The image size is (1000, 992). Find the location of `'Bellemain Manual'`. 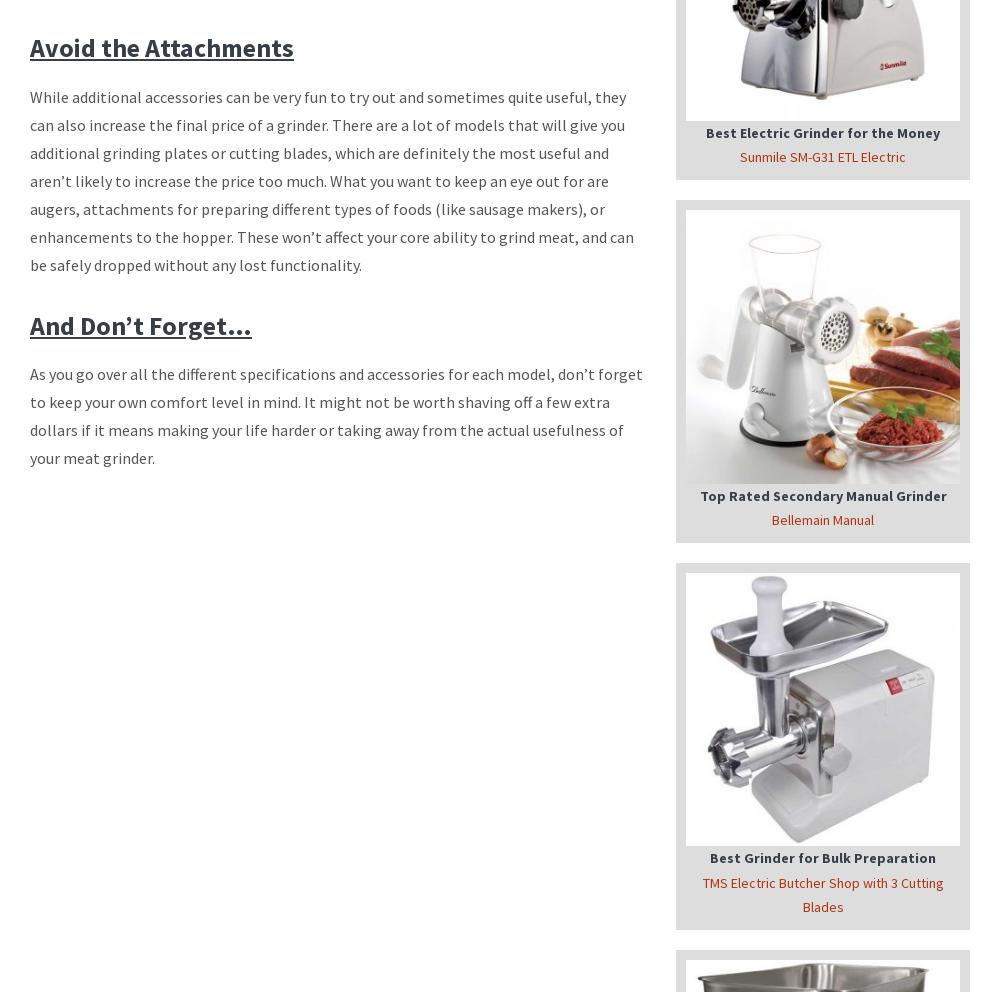

'Bellemain Manual' is located at coordinates (822, 519).